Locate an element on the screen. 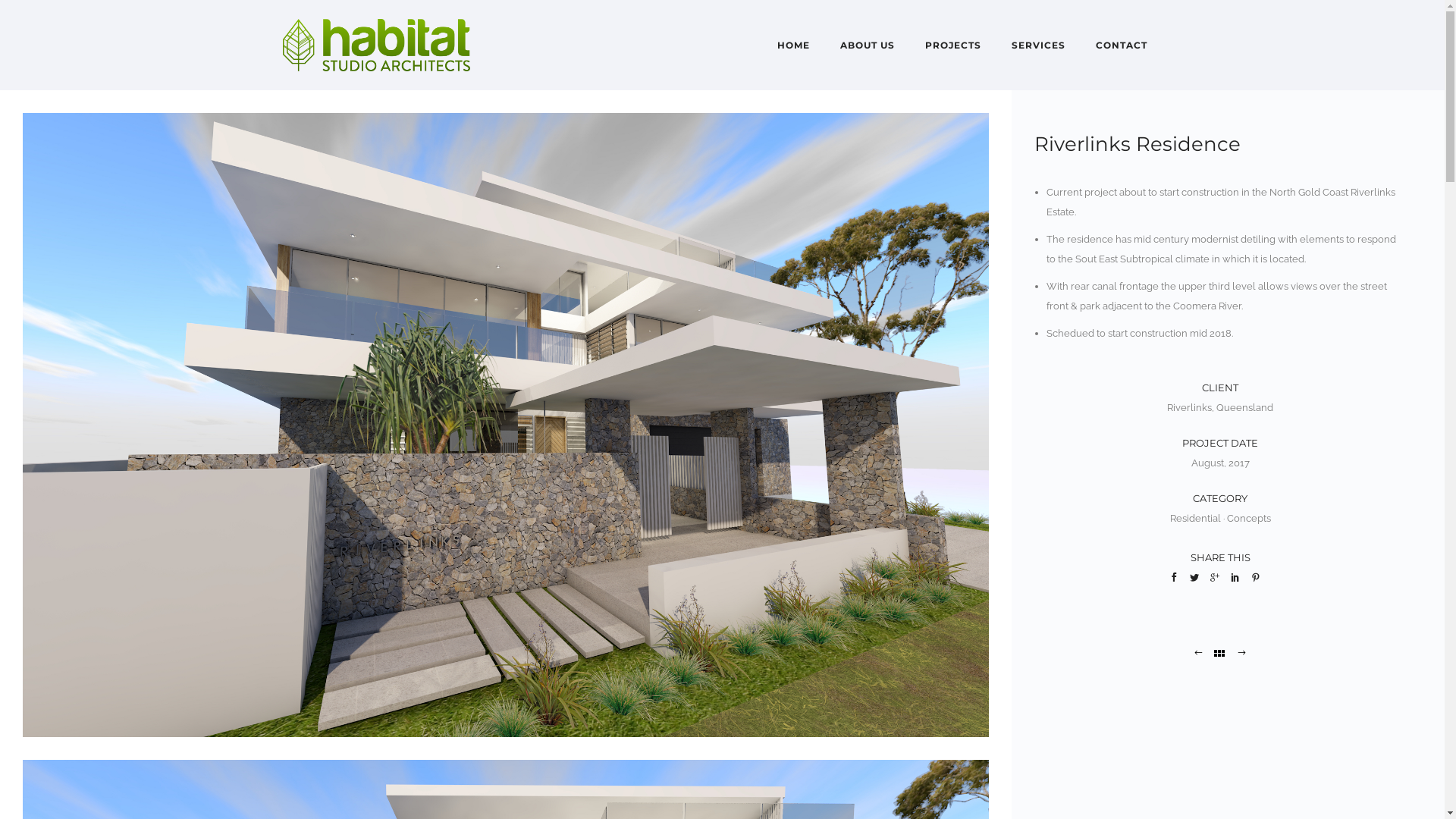 This screenshot has height=819, width=1456. 'ABOUT US' is located at coordinates (867, 44).